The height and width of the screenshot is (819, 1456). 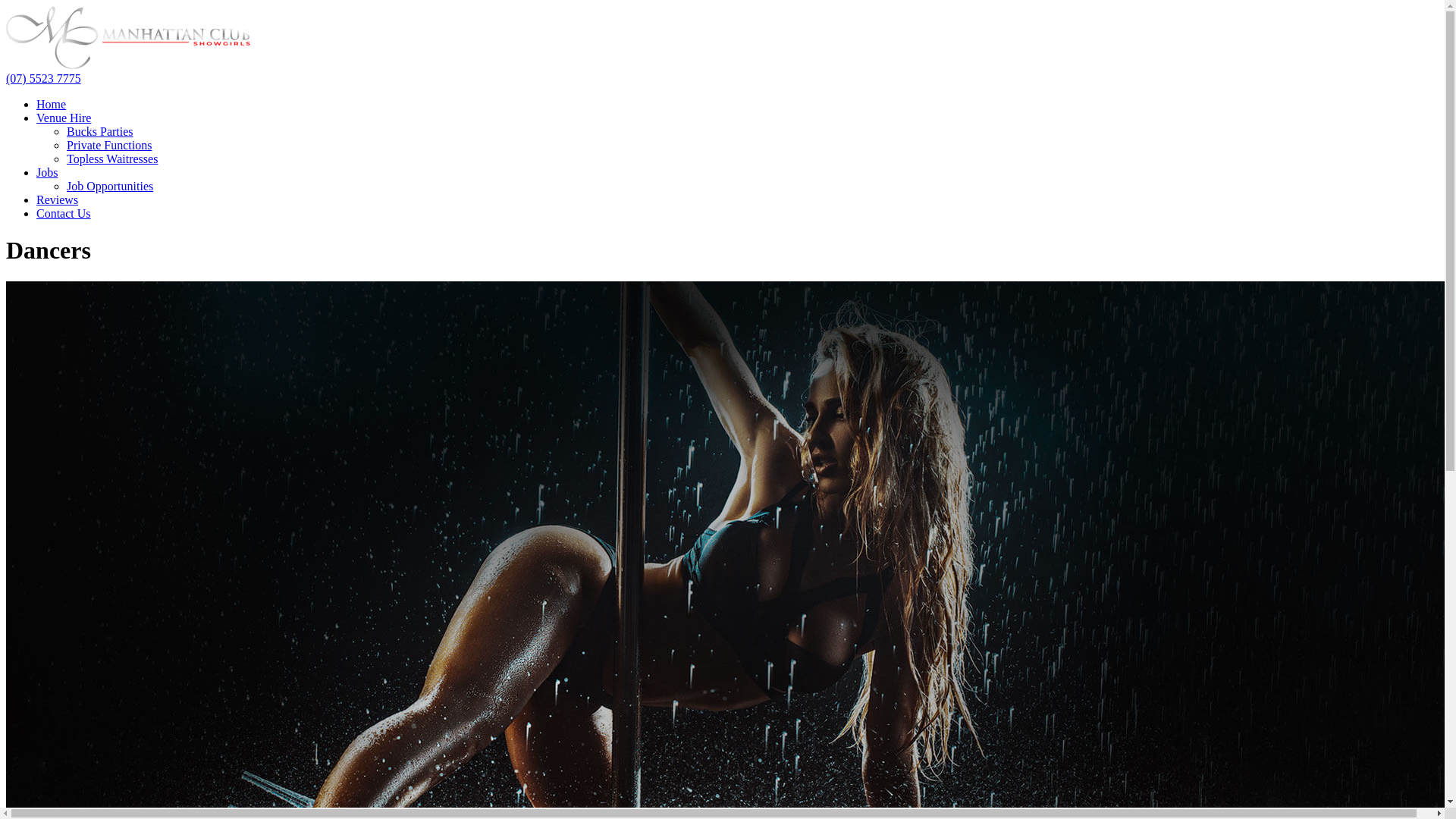 What do you see at coordinates (111, 158) in the screenshot?
I see `'Topless Waitresses'` at bounding box center [111, 158].